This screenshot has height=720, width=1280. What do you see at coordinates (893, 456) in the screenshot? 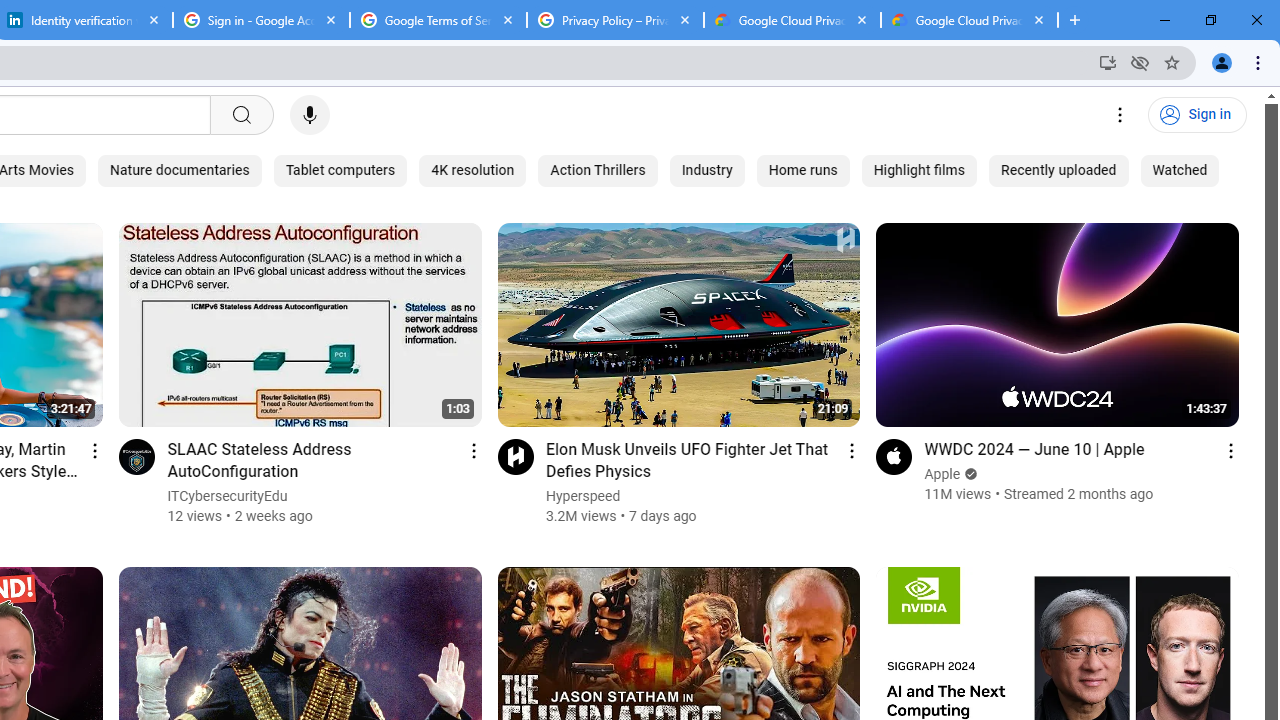
I see `'Go to channel'` at bounding box center [893, 456].